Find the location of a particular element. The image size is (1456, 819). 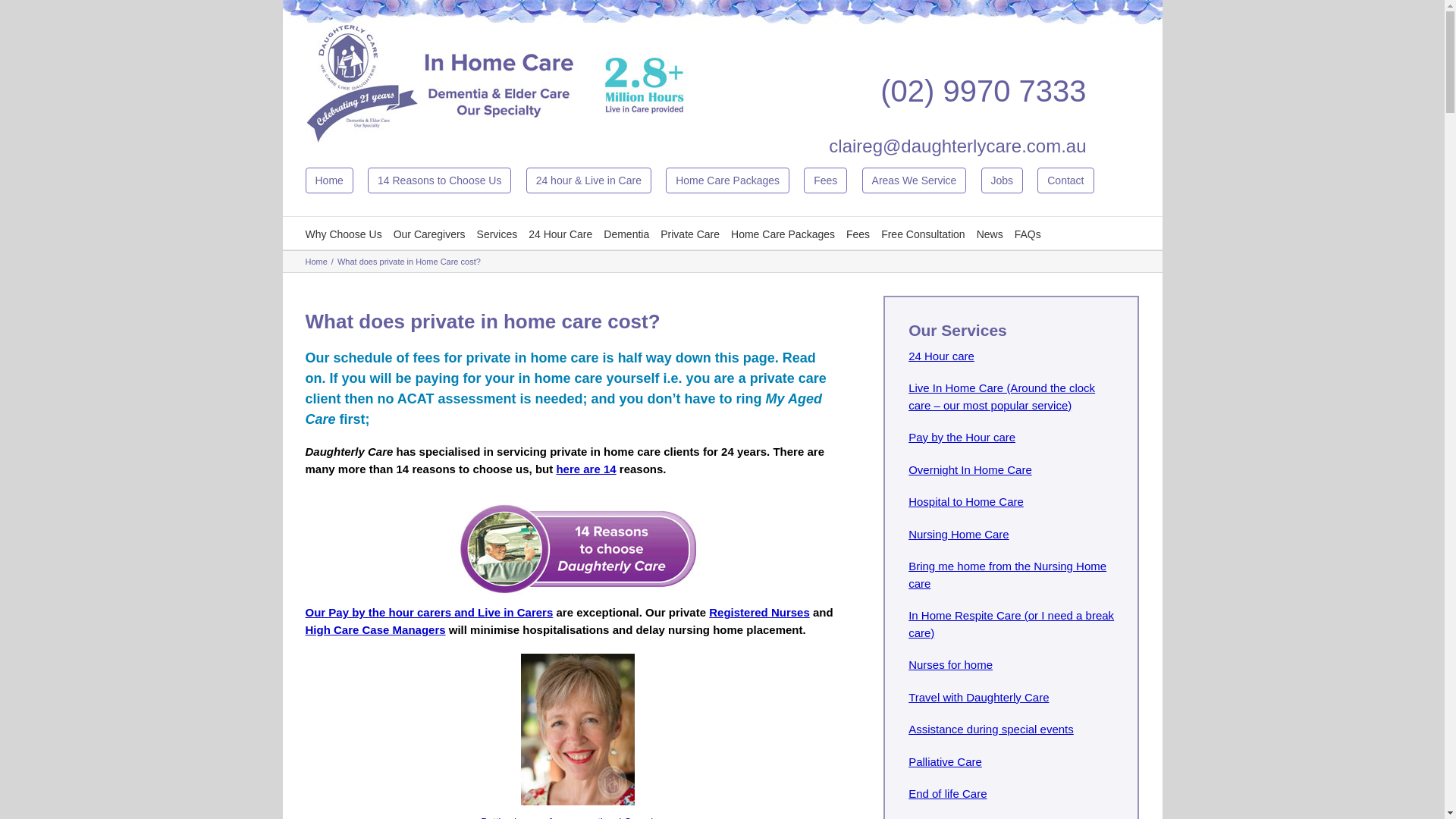

'Fees' is located at coordinates (824, 180).